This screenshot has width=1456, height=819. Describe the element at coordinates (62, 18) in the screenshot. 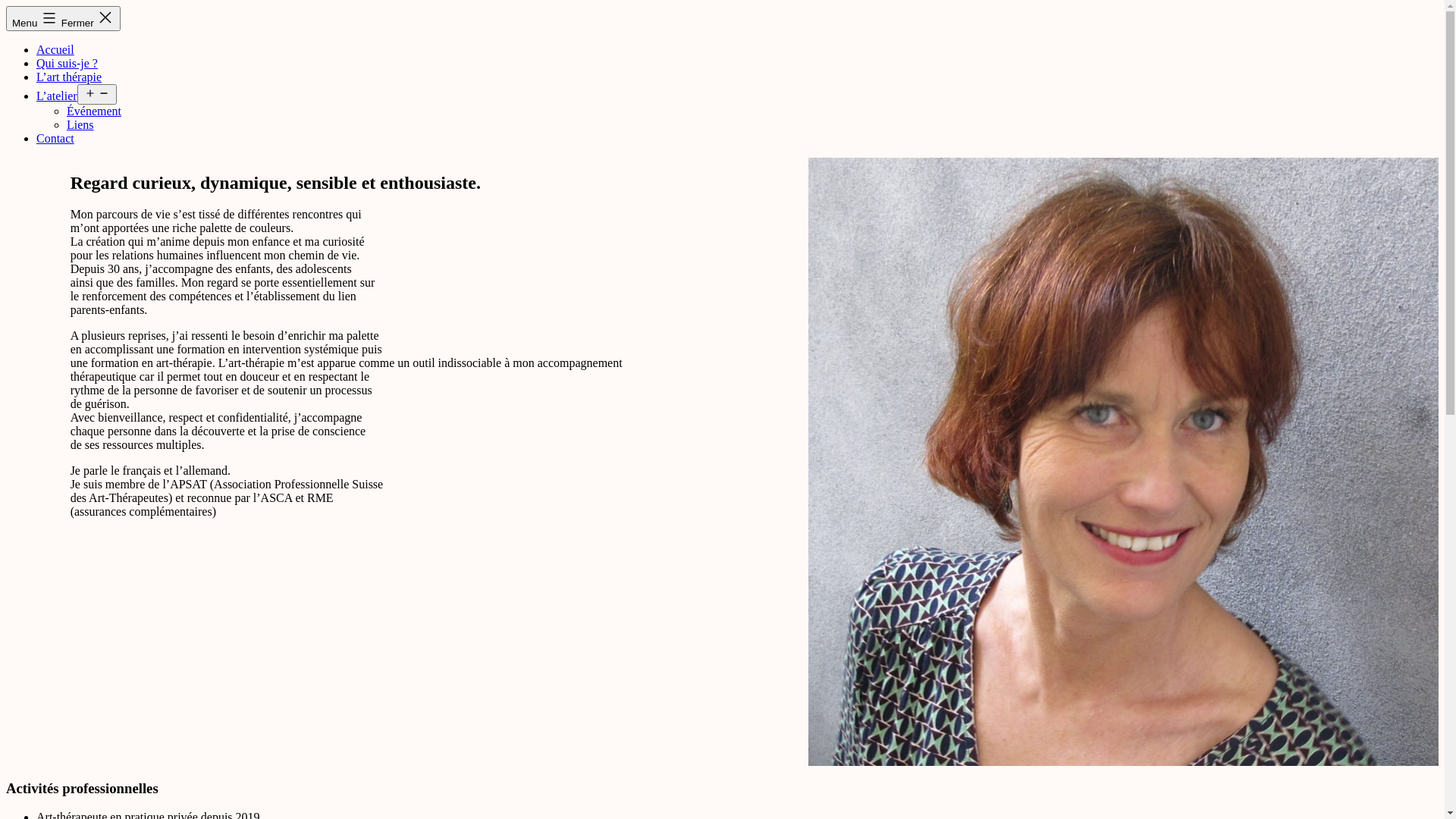

I see `'Menu Fermer'` at that location.